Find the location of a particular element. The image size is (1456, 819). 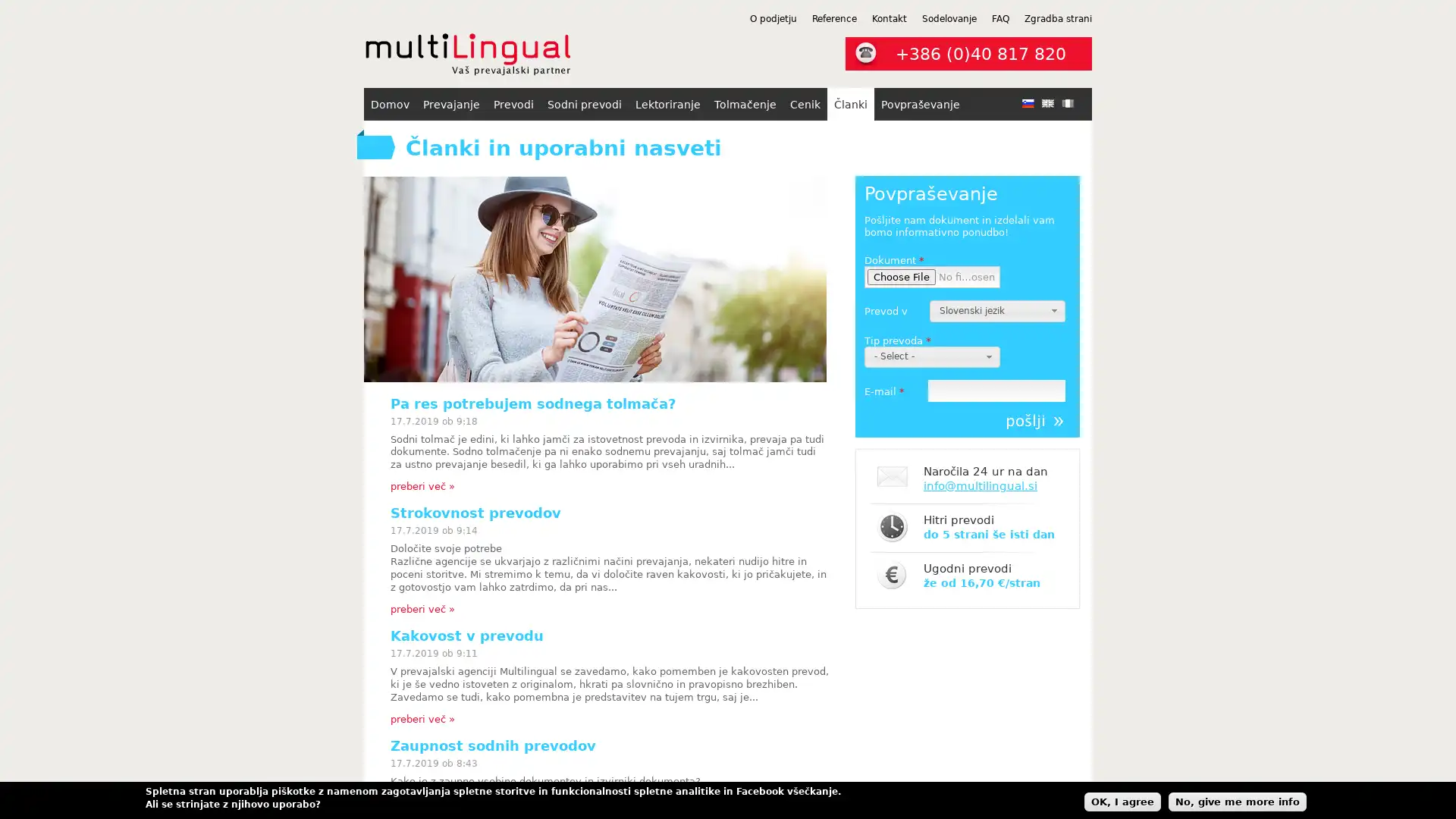

OK, I agree is located at coordinates (1122, 800).